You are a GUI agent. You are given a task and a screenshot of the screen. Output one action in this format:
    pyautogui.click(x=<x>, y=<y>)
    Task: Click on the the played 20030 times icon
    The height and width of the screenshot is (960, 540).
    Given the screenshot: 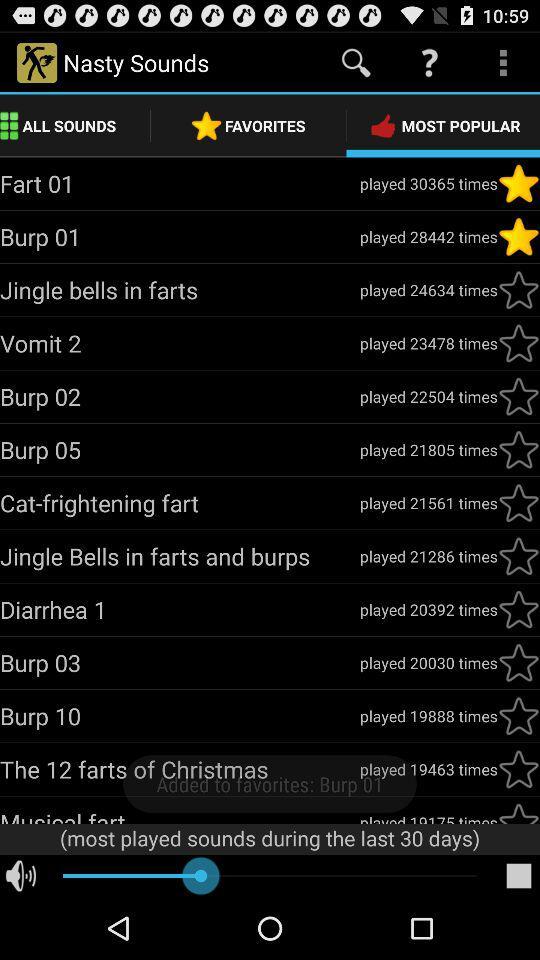 What is the action you would take?
    pyautogui.click(x=427, y=662)
    